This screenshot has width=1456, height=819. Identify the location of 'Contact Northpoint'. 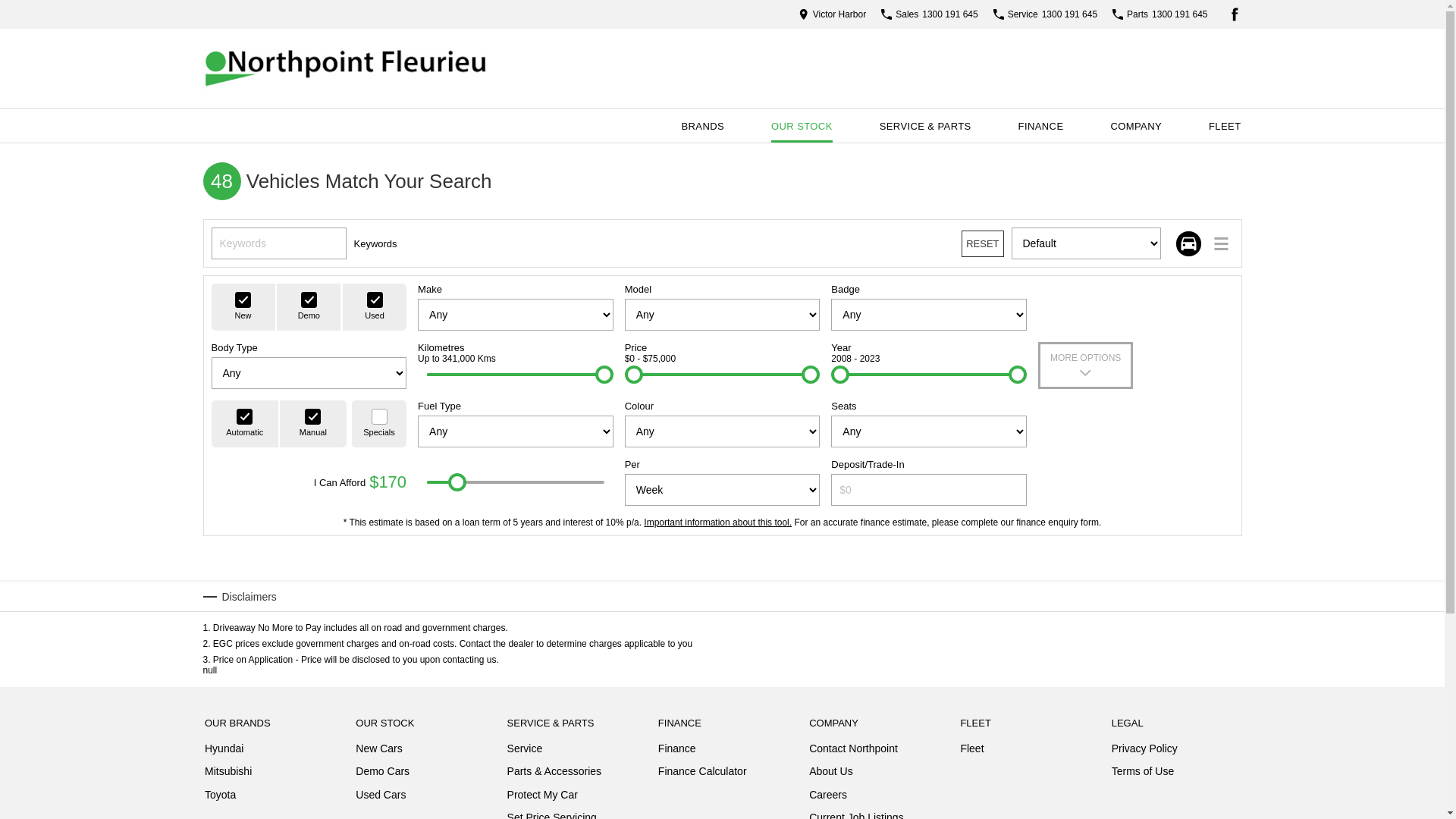
(853, 752).